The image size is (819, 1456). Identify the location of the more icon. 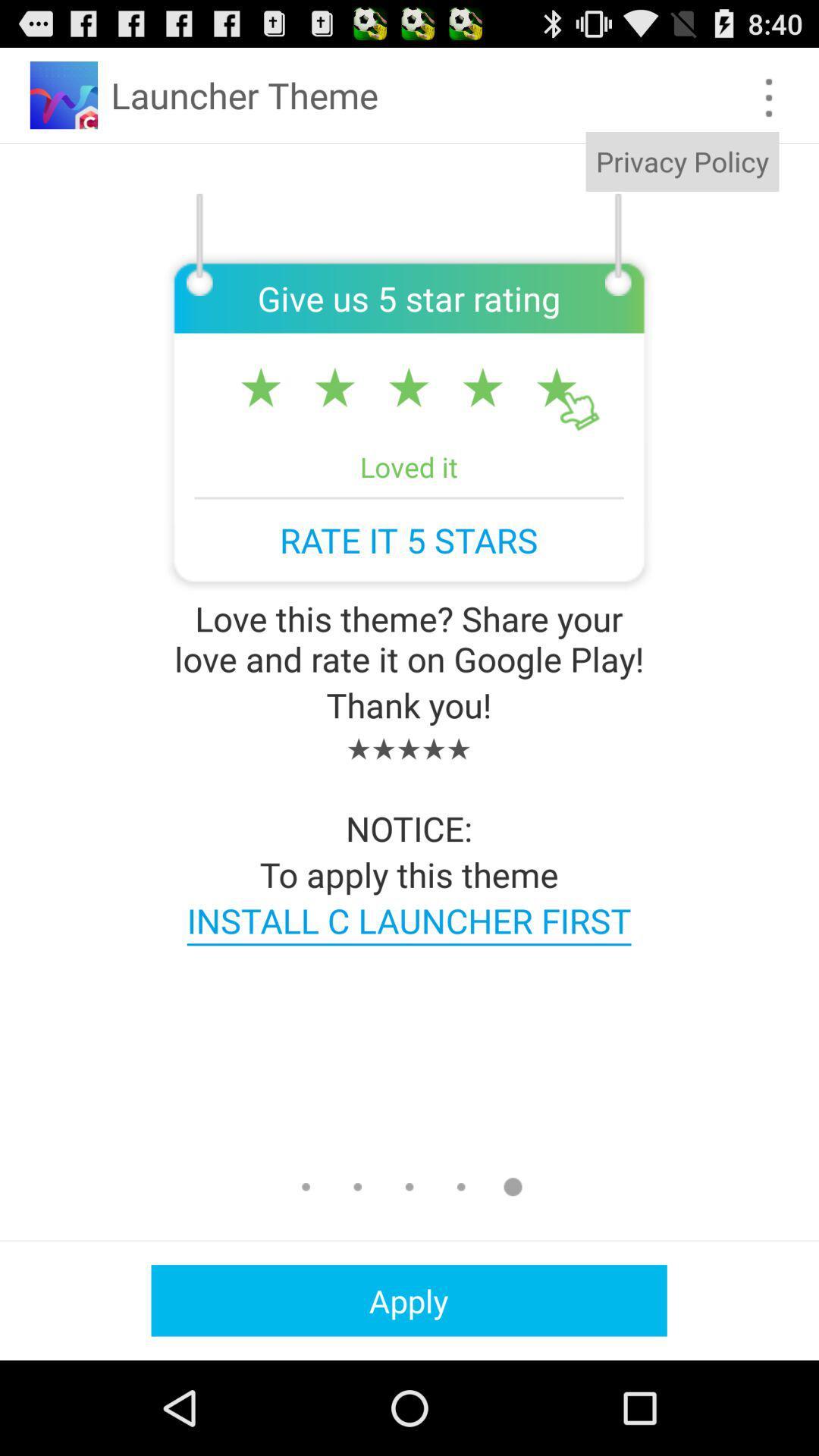
(769, 104).